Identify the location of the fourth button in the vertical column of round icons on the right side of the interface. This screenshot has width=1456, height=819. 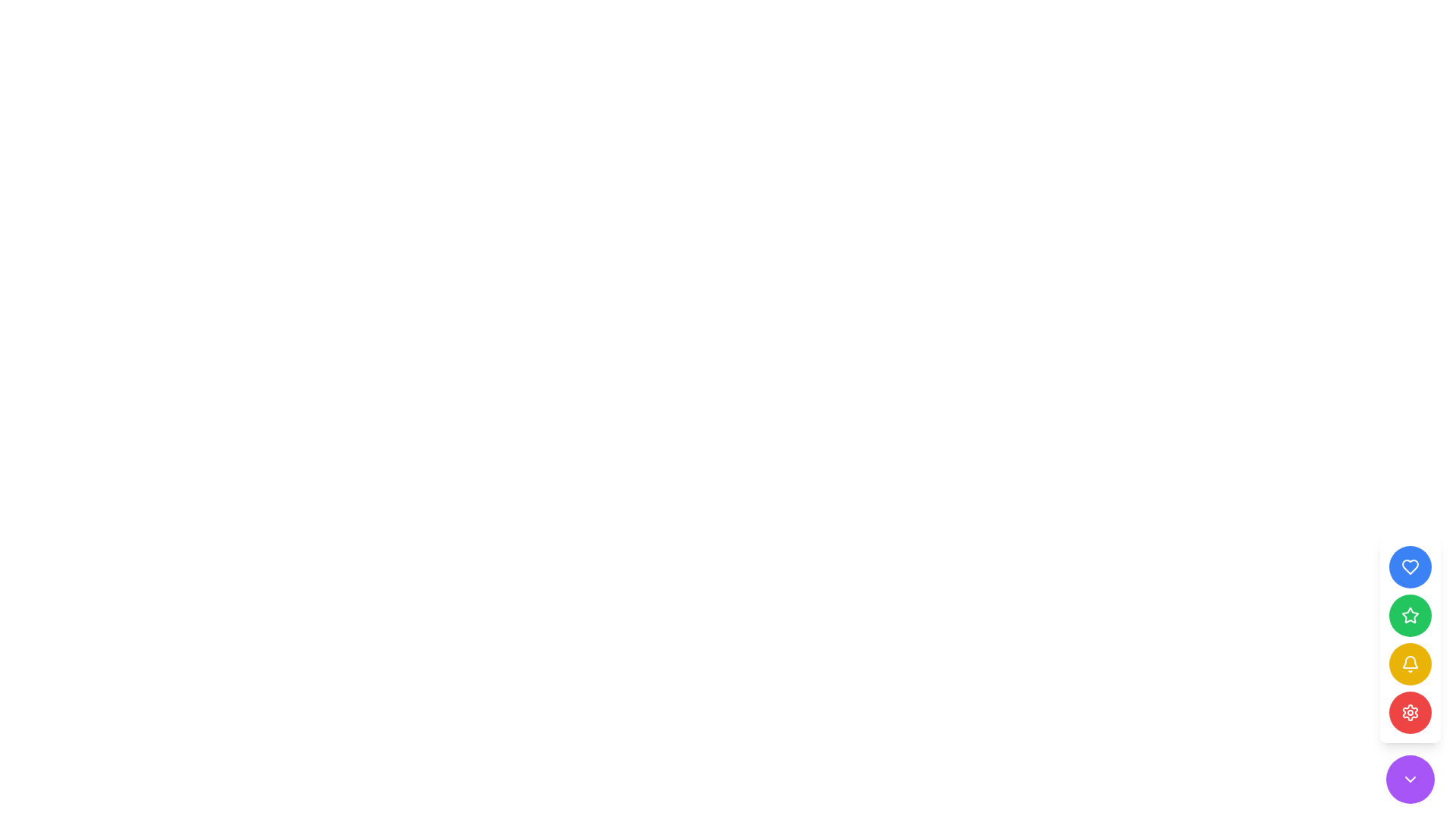
(1410, 713).